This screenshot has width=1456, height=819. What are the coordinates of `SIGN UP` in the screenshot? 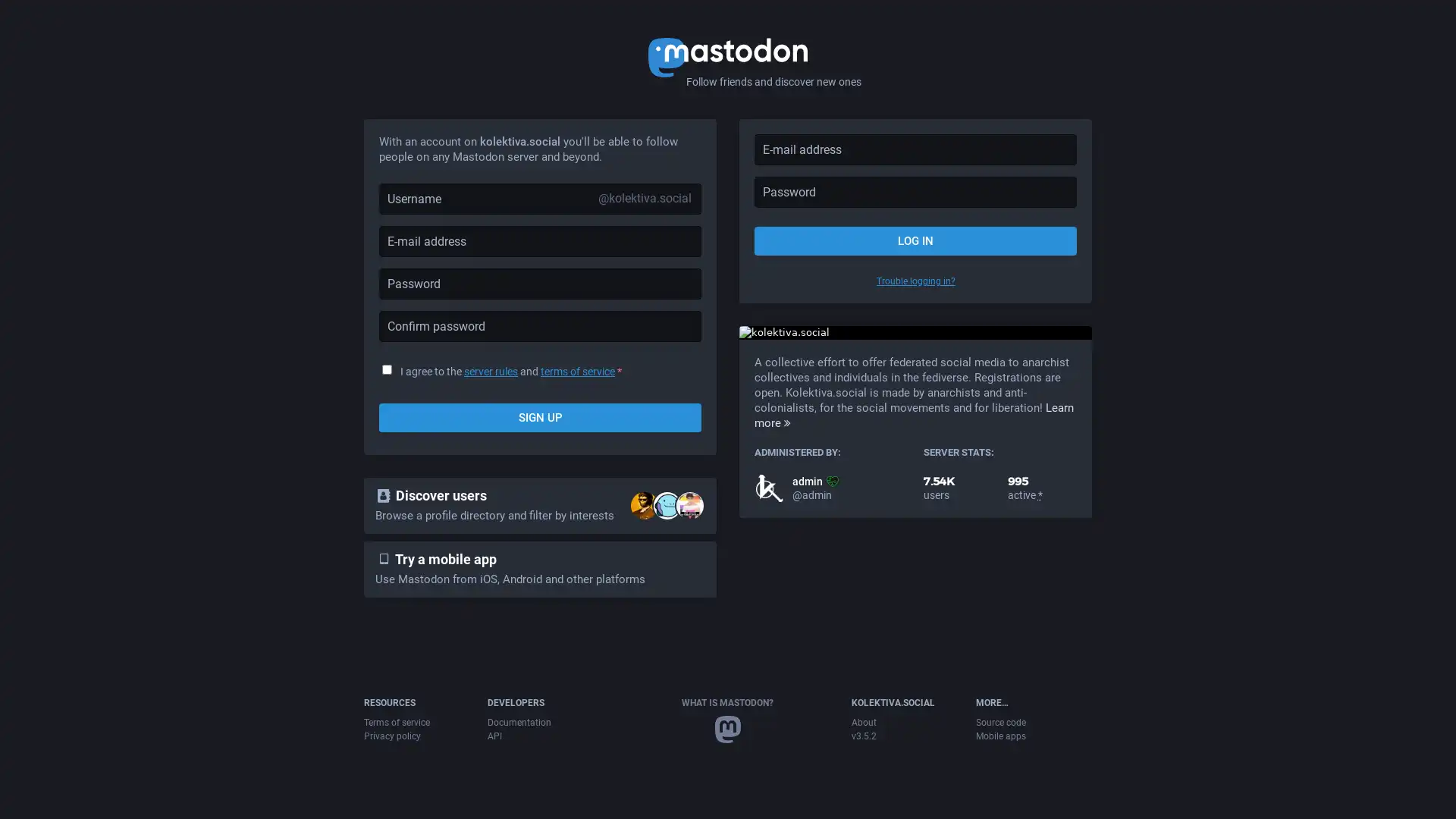 It's located at (540, 418).